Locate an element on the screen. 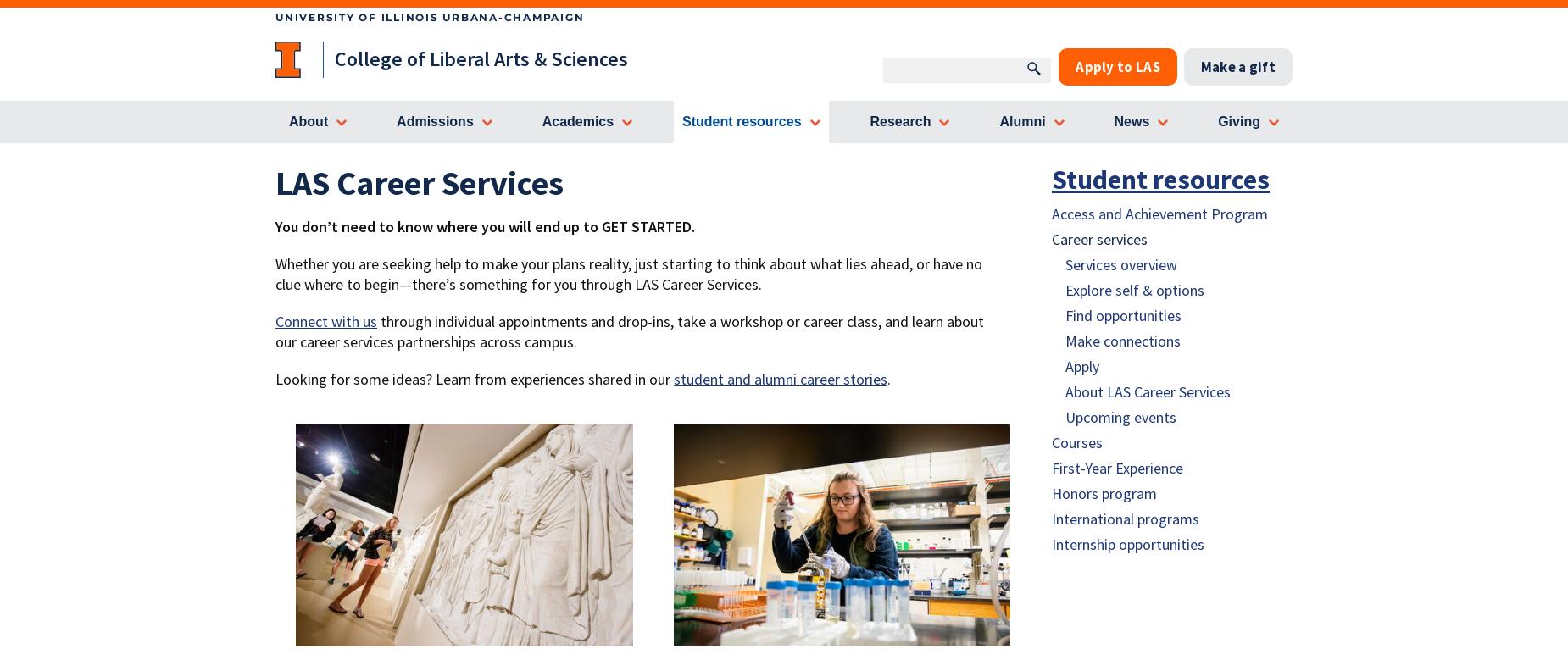 This screenshot has height=660, width=1568. 'You don’t need to know where you will end up to GET STARTED.' is located at coordinates (485, 225).